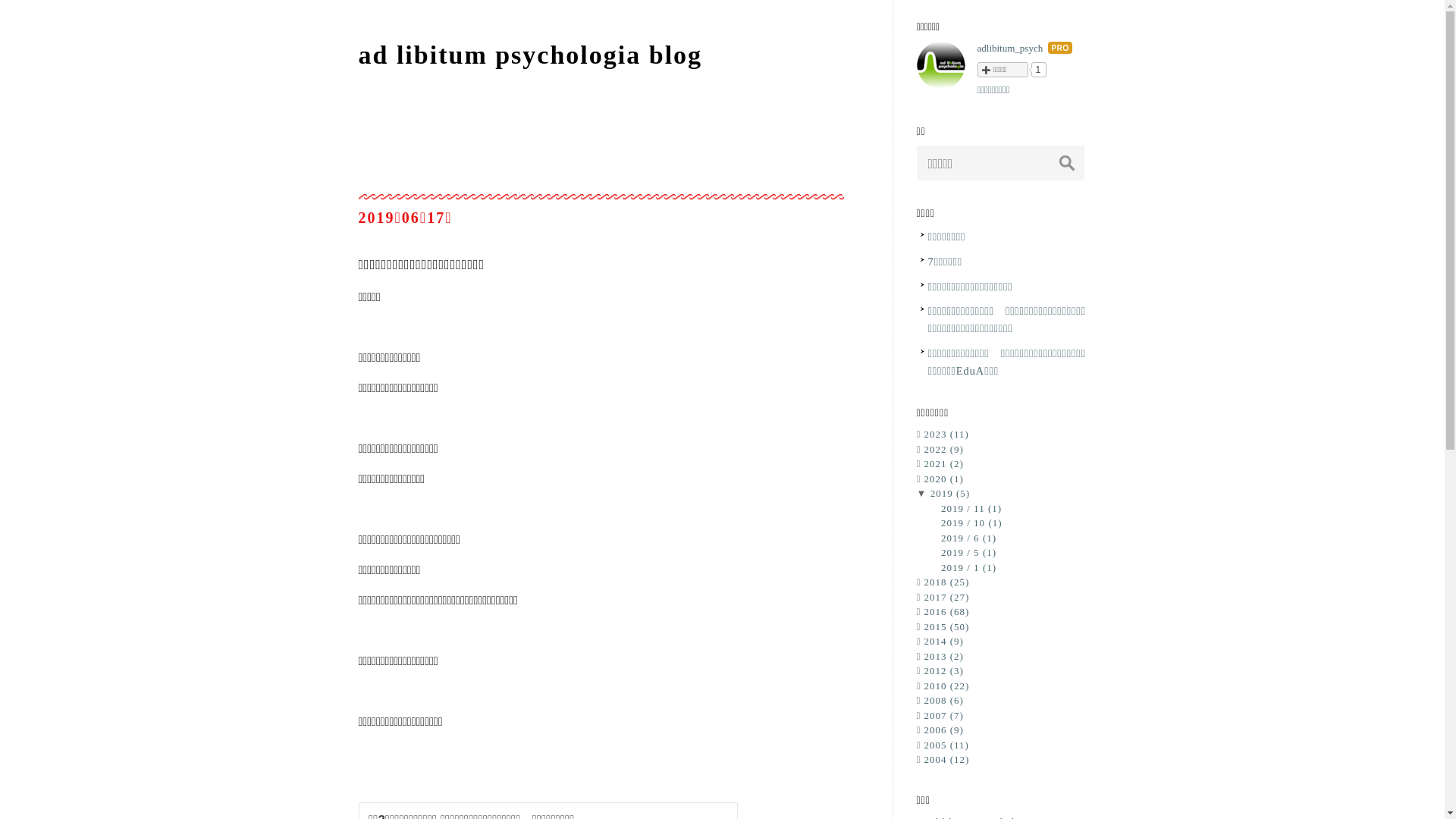  I want to click on '2013 (2)', so click(942, 655).